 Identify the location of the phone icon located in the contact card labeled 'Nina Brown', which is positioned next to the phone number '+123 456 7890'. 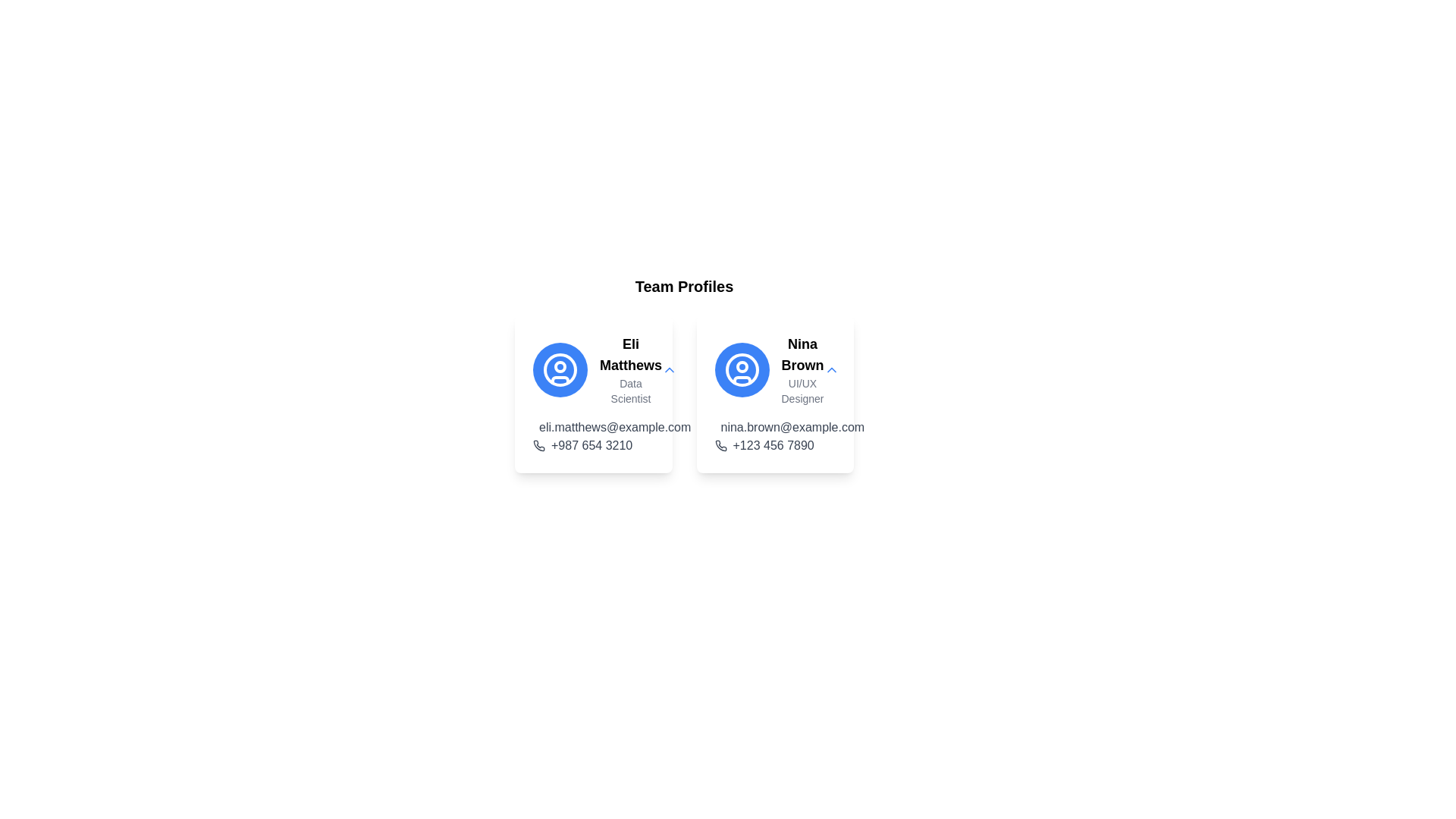
(720, 444).